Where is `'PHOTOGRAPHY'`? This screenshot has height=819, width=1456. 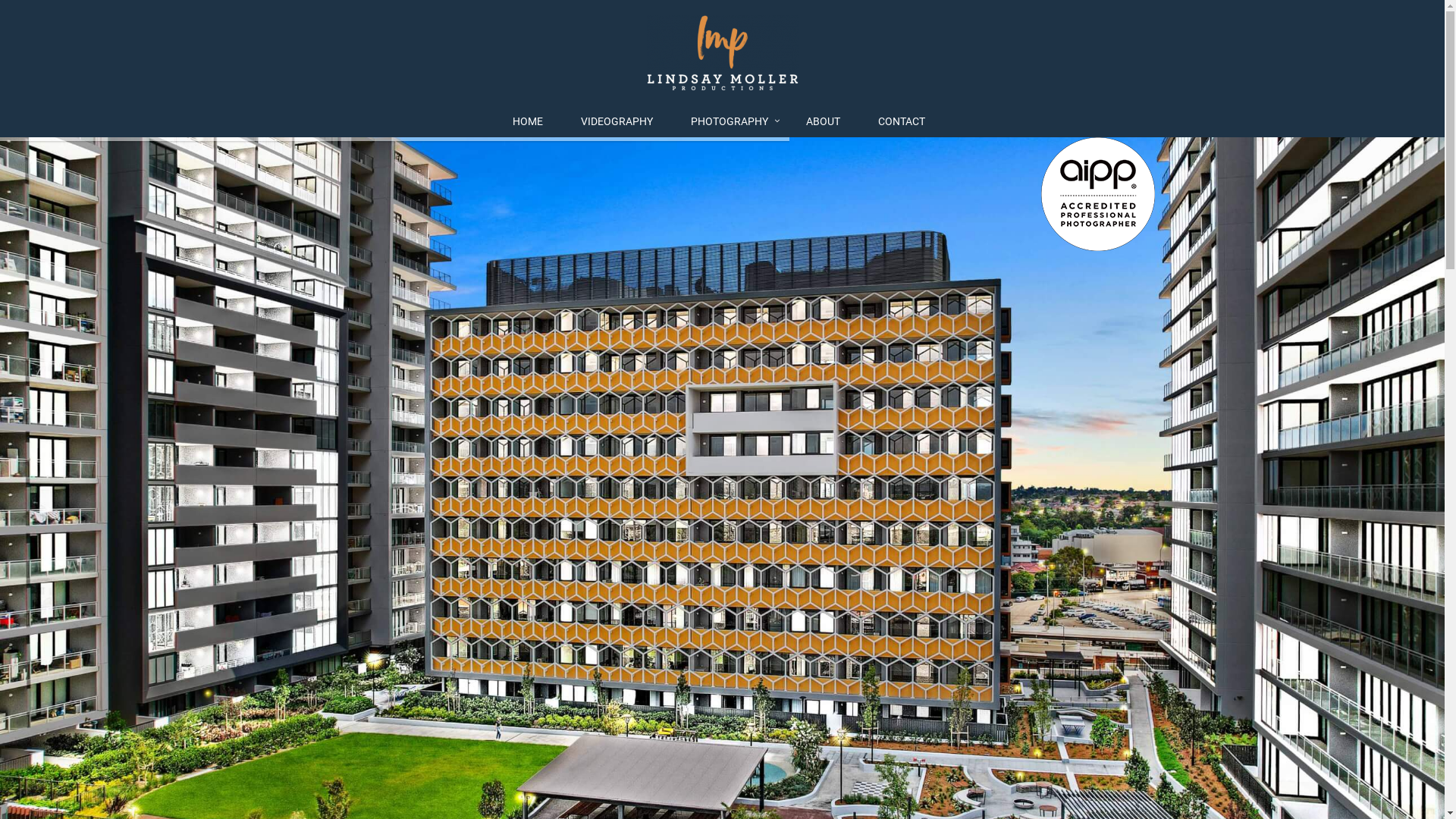
'PHOTOGRAPHY' is located at coordinates (732, 121).